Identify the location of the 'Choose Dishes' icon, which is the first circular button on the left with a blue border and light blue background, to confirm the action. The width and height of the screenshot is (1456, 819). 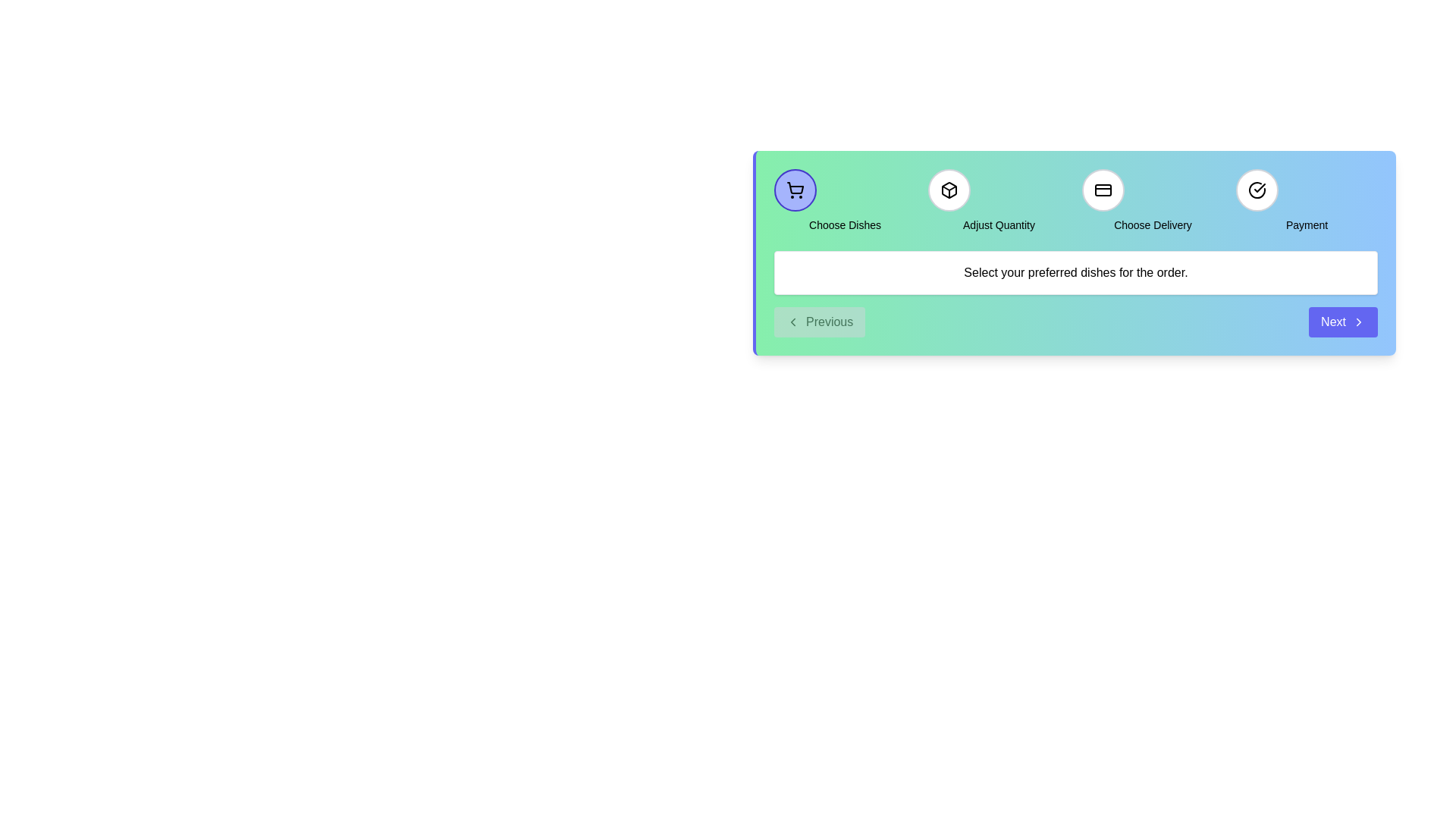
(795, 189).